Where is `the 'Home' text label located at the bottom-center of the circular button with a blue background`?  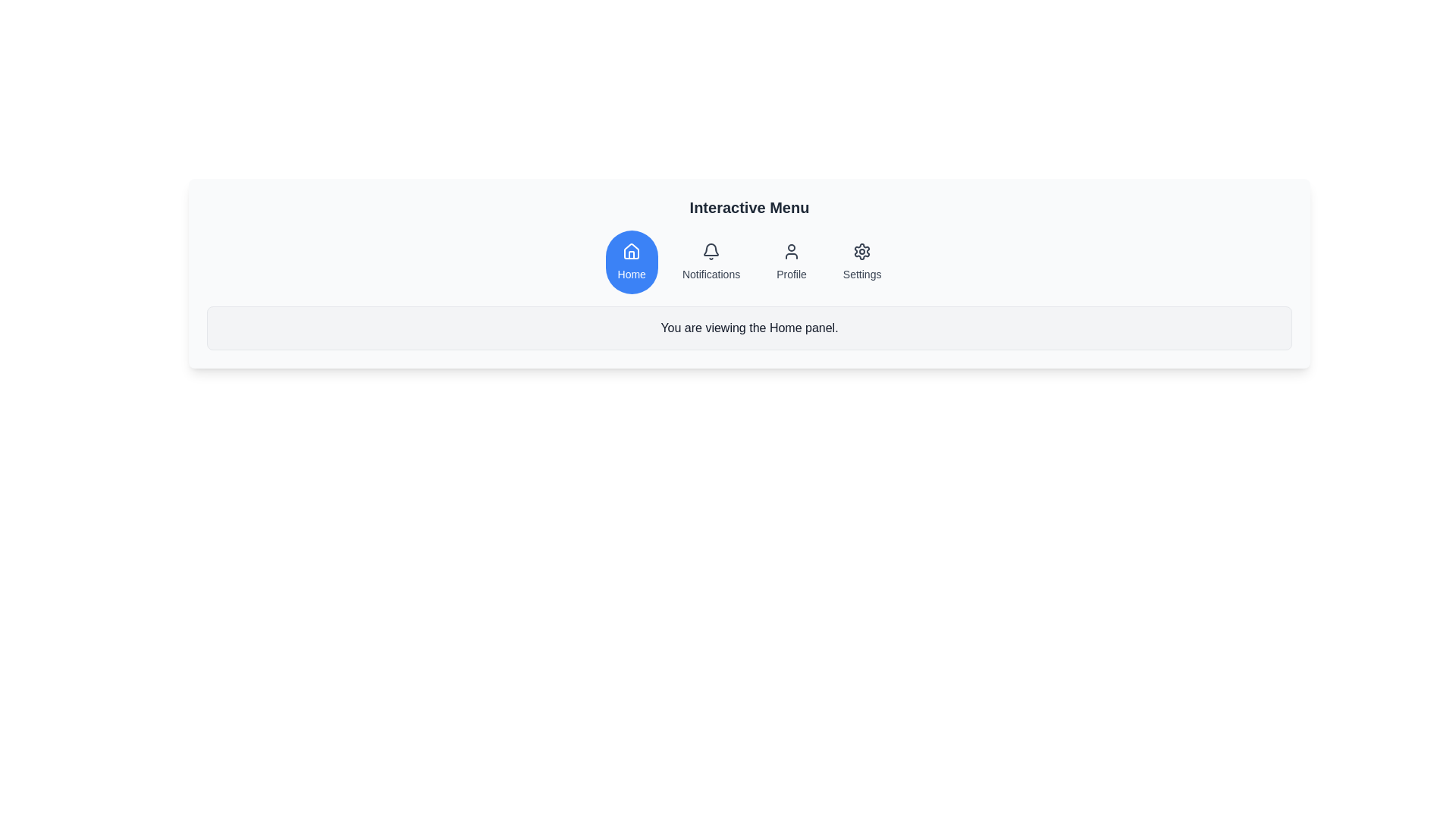 the 'Home' text label located at the bottom-center of the circular button with a blue background is located at coordinates (632, 275).